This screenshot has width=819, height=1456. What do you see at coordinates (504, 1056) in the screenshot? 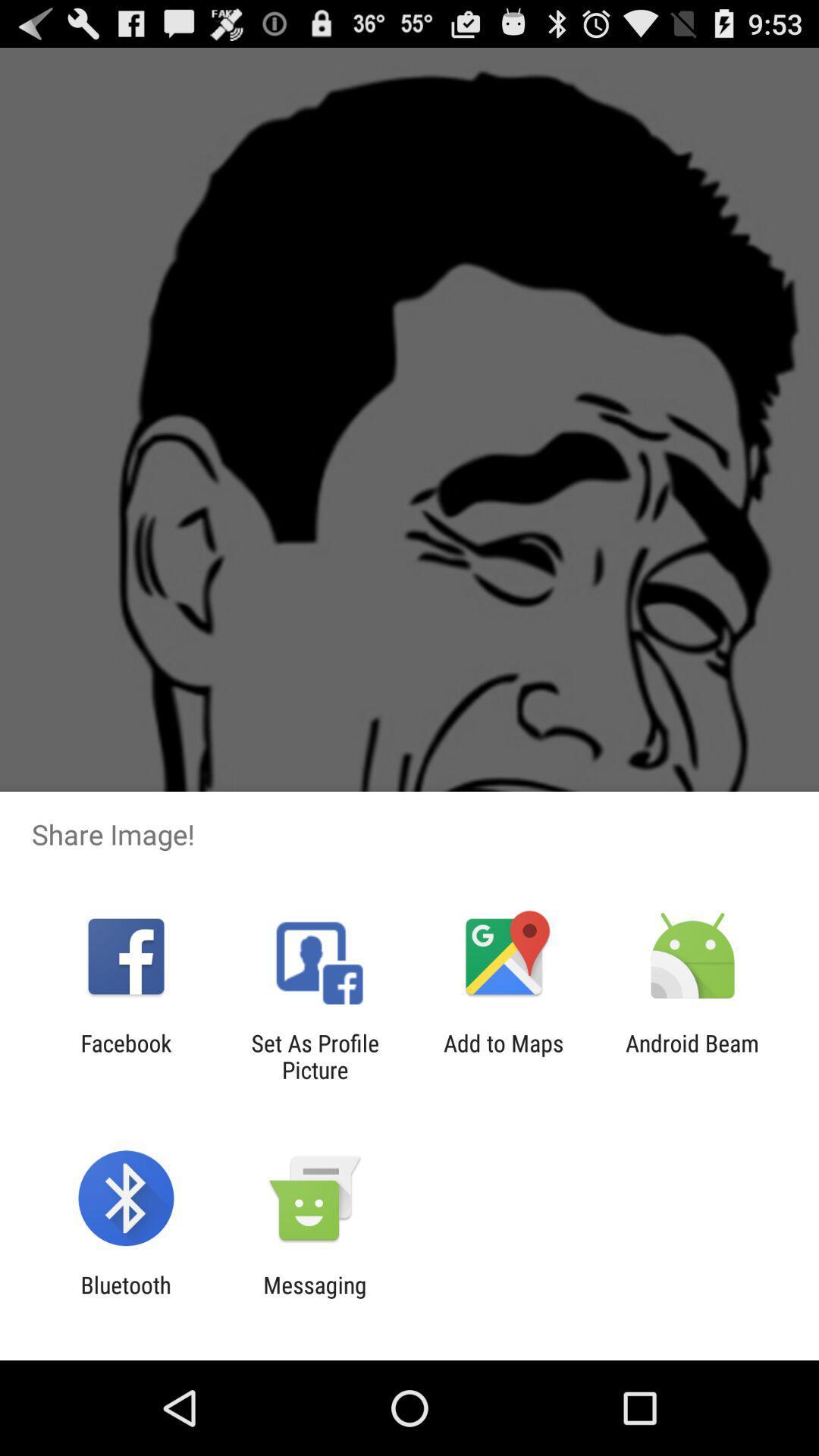
I see `the item next to the set as profile icon` at bounding box center [504, 1056].